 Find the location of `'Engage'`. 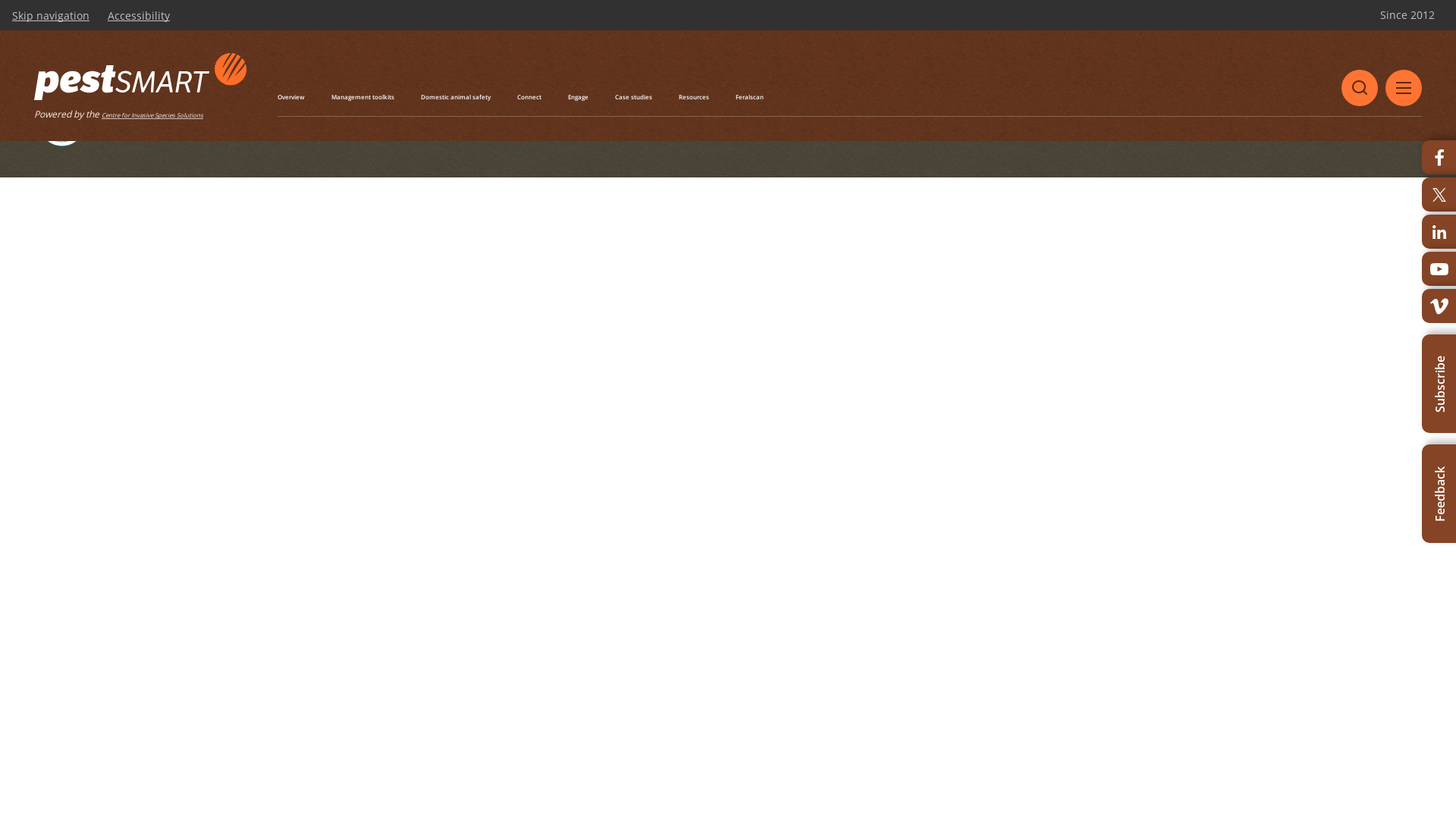

'Engage' is located at coordinates (577, 96).